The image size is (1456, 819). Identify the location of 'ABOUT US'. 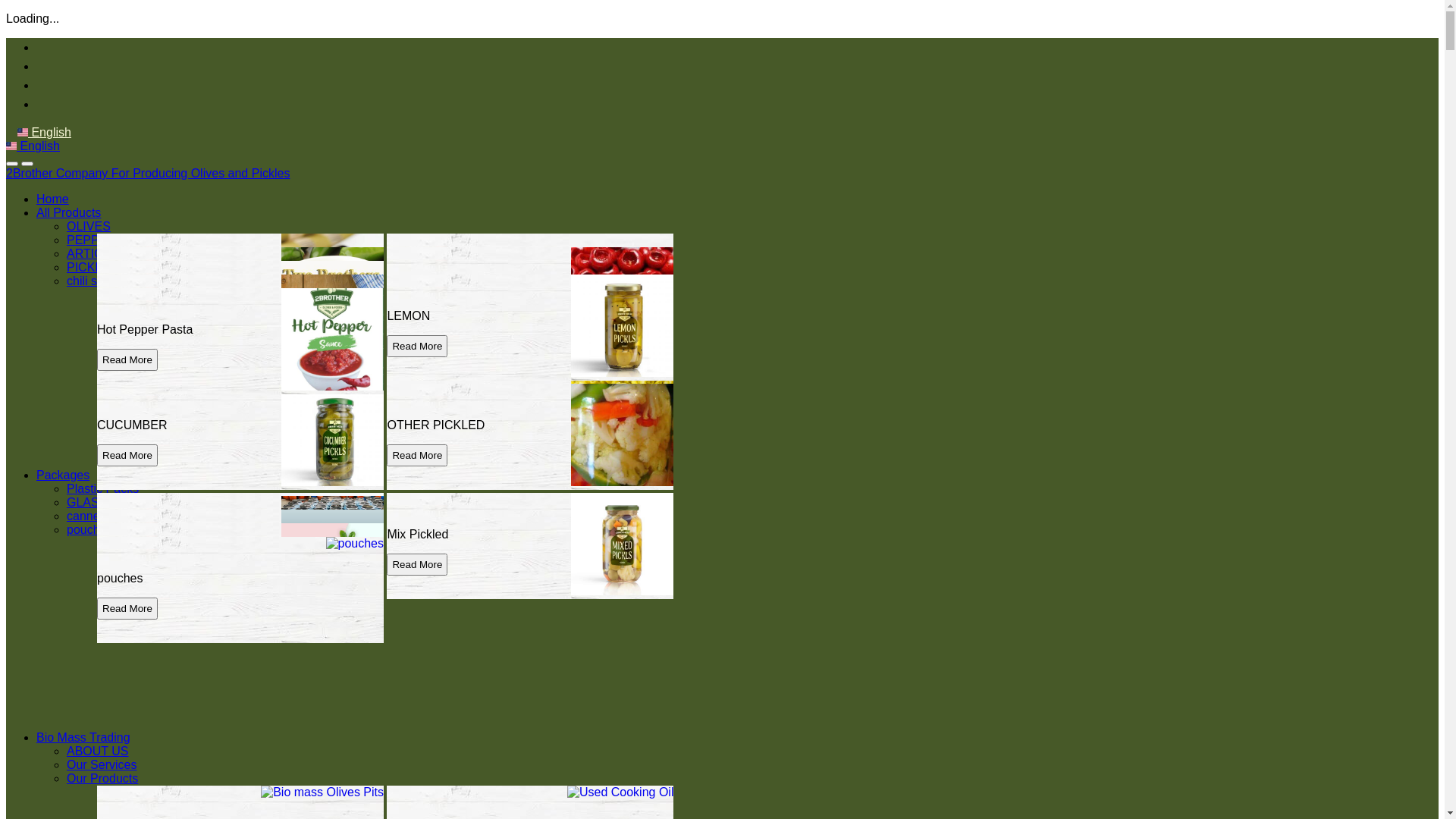
(97, 751).